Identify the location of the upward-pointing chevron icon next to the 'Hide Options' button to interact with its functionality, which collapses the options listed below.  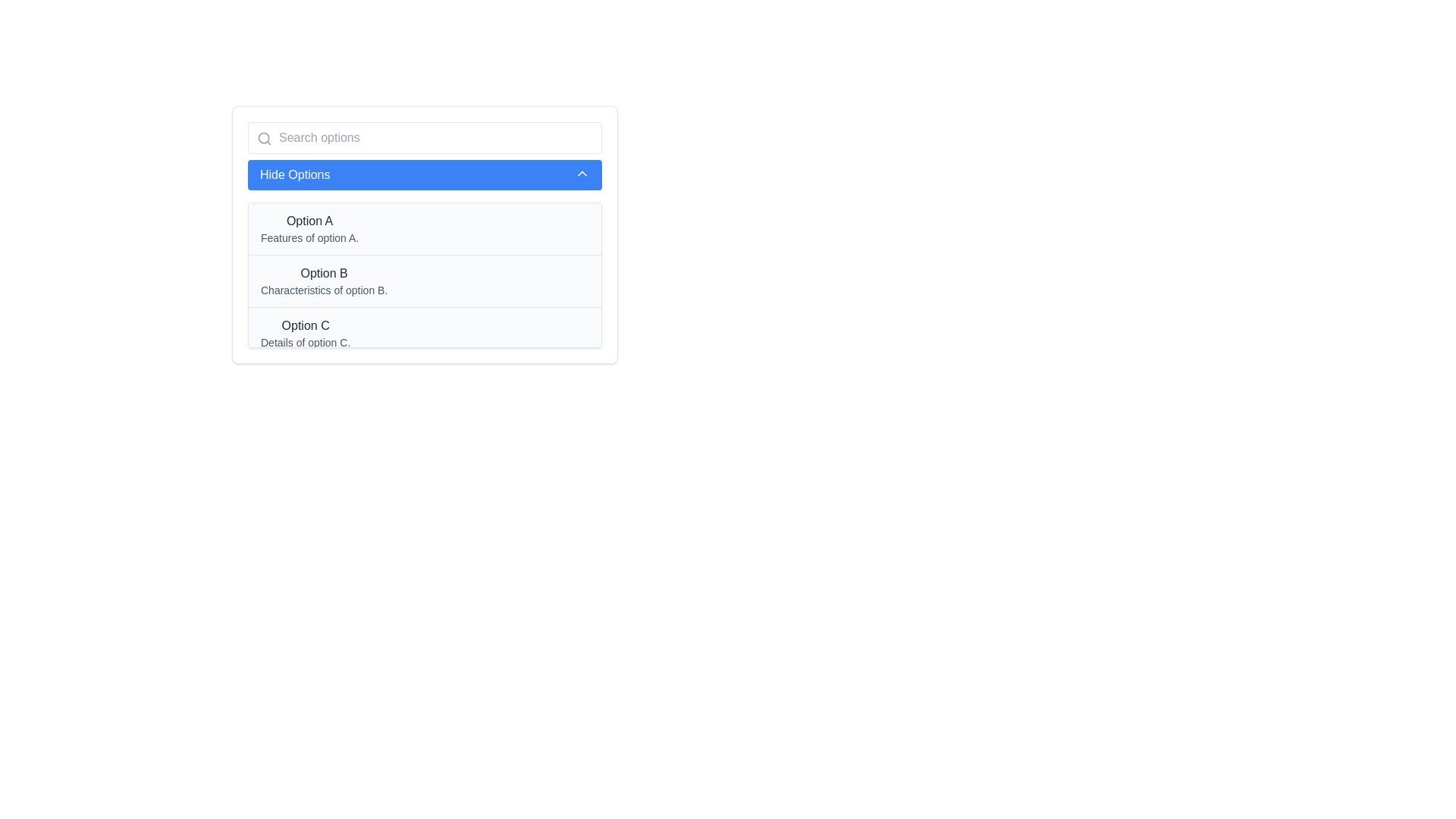
(582, 172).